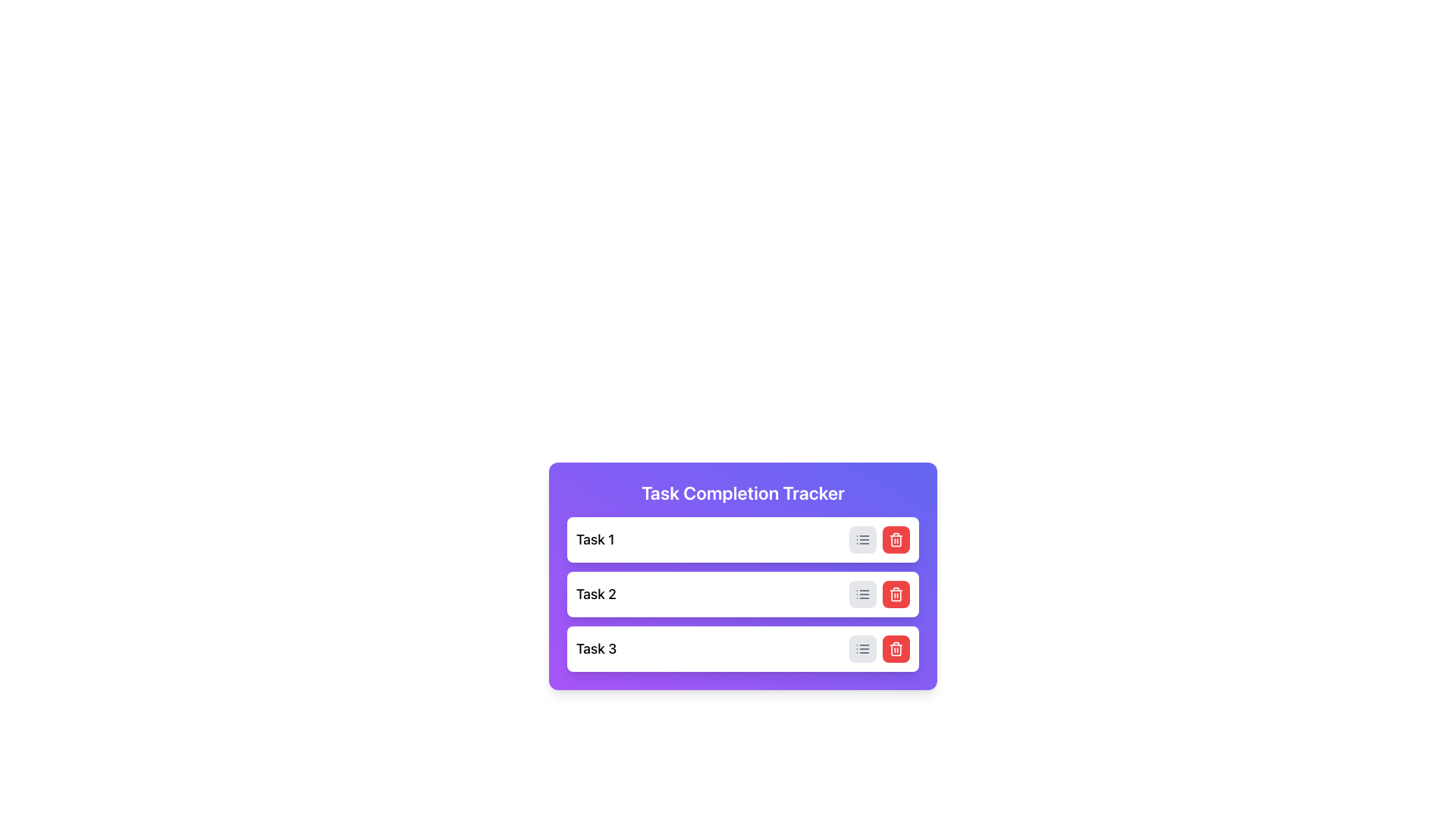 The width and height of the screenshot is (1456, 819). What do you see at coordinates (862, 648) in the screenshot?
I see `the button located on the right side of the 'Task 3' row` at bounding box center [862, 648].